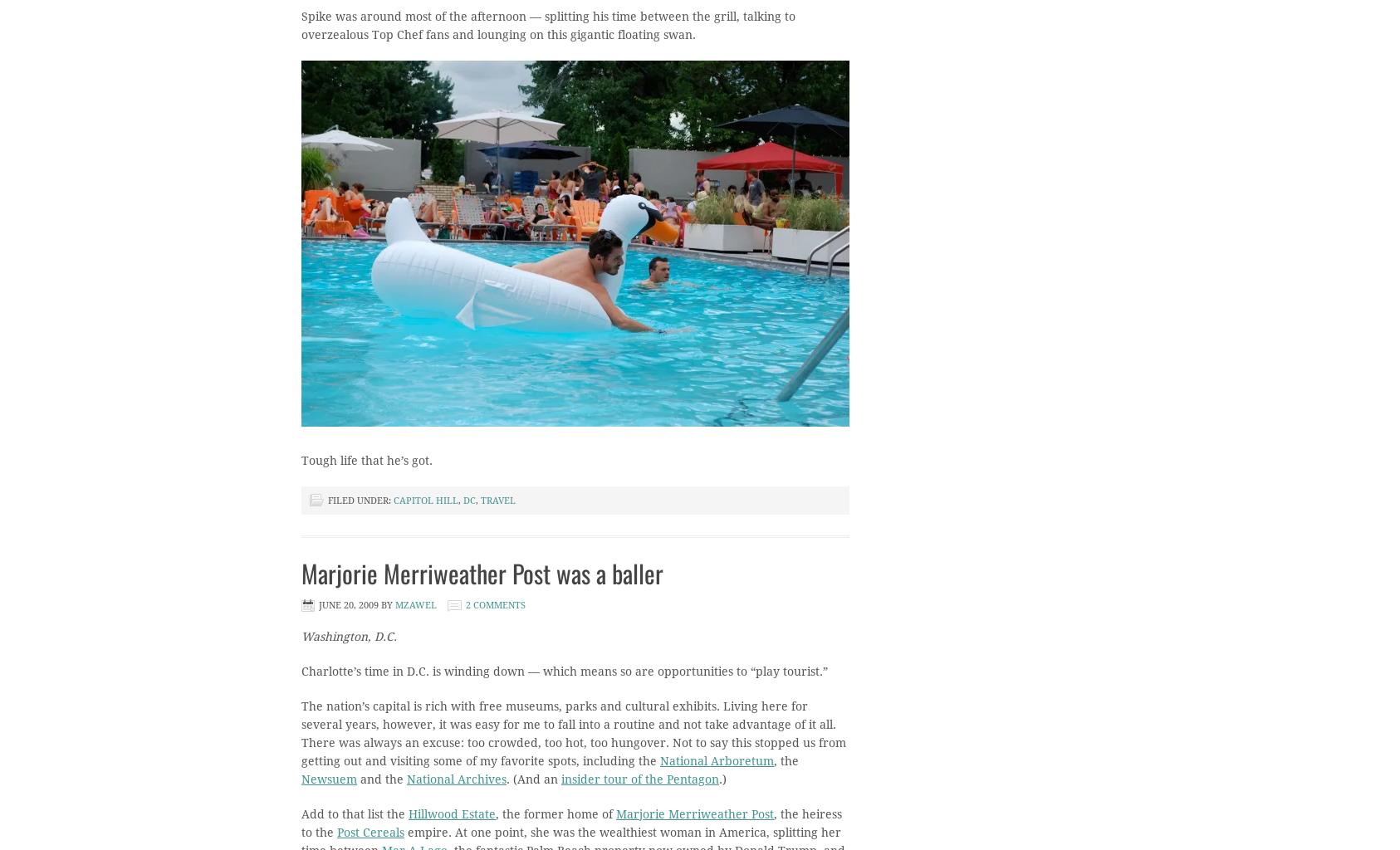 The height and width of the screenshot is (850, 1400). What do you see at coordinates (456, 779) in the screenshot?
I see `'National Archives'` at bounding box center [456, 779].